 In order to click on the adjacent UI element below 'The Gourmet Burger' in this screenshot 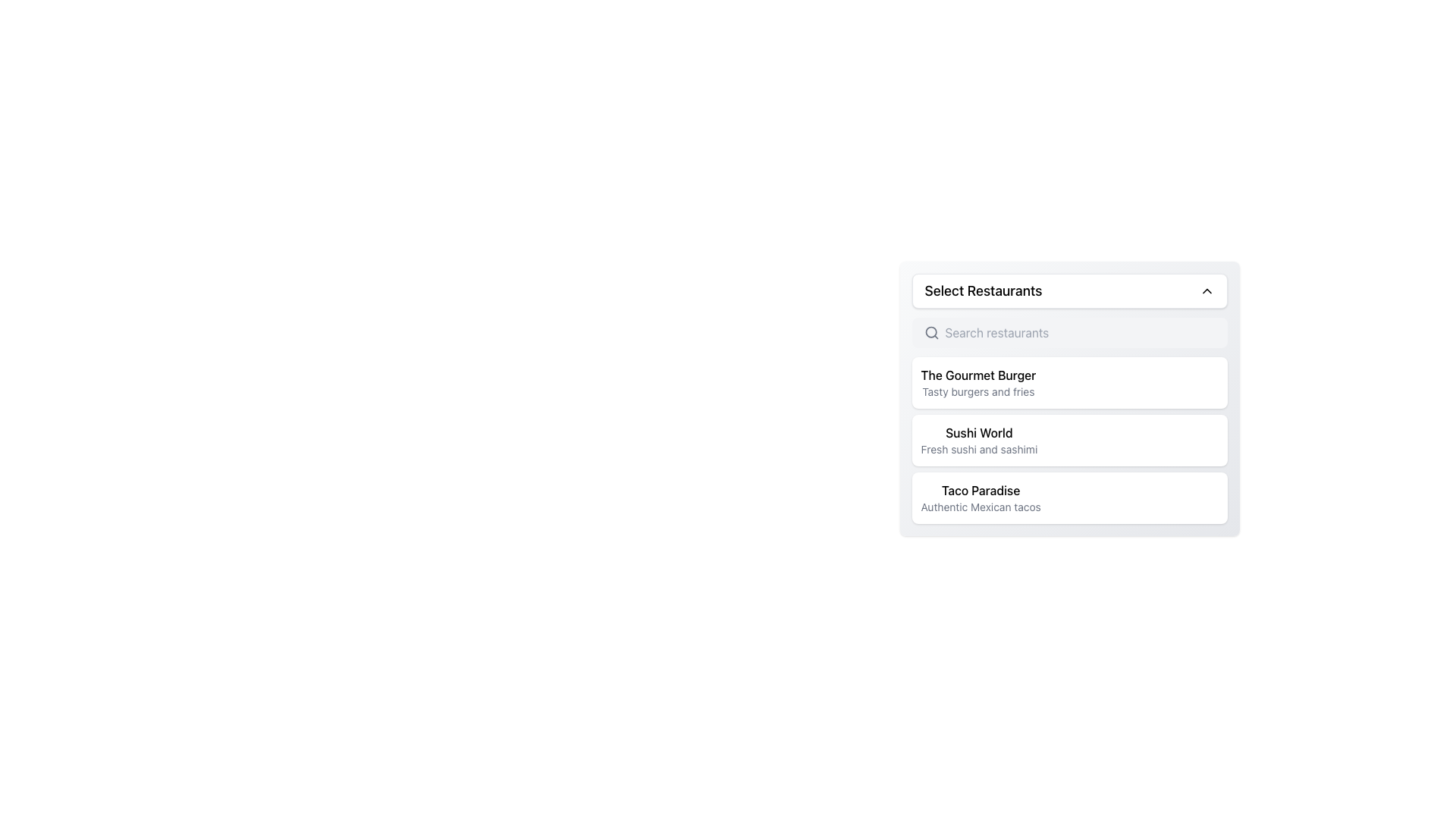, I will do `click(979, 441)`.